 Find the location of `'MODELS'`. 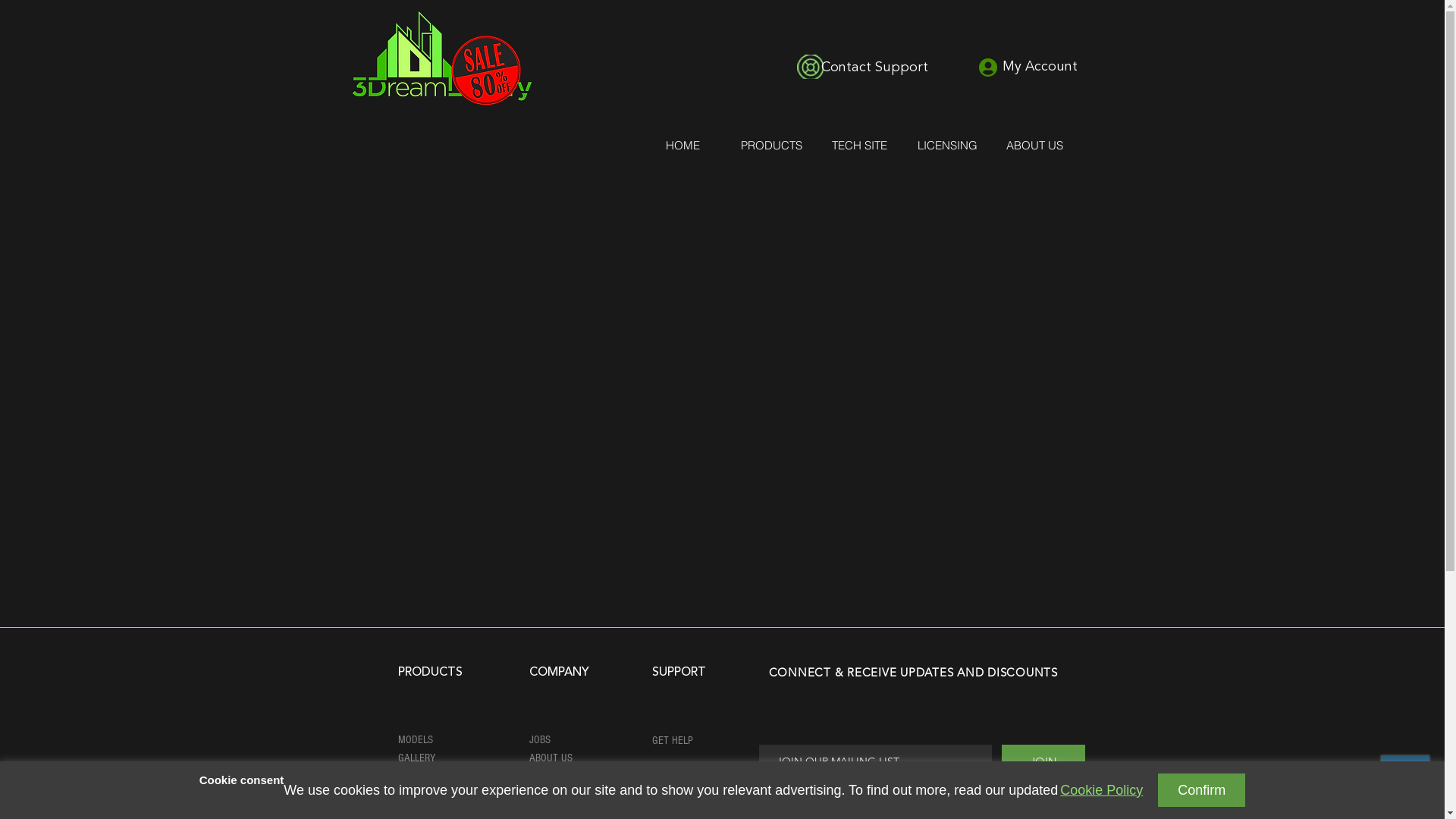

'MODELS' is located at coordinates (397, 739).